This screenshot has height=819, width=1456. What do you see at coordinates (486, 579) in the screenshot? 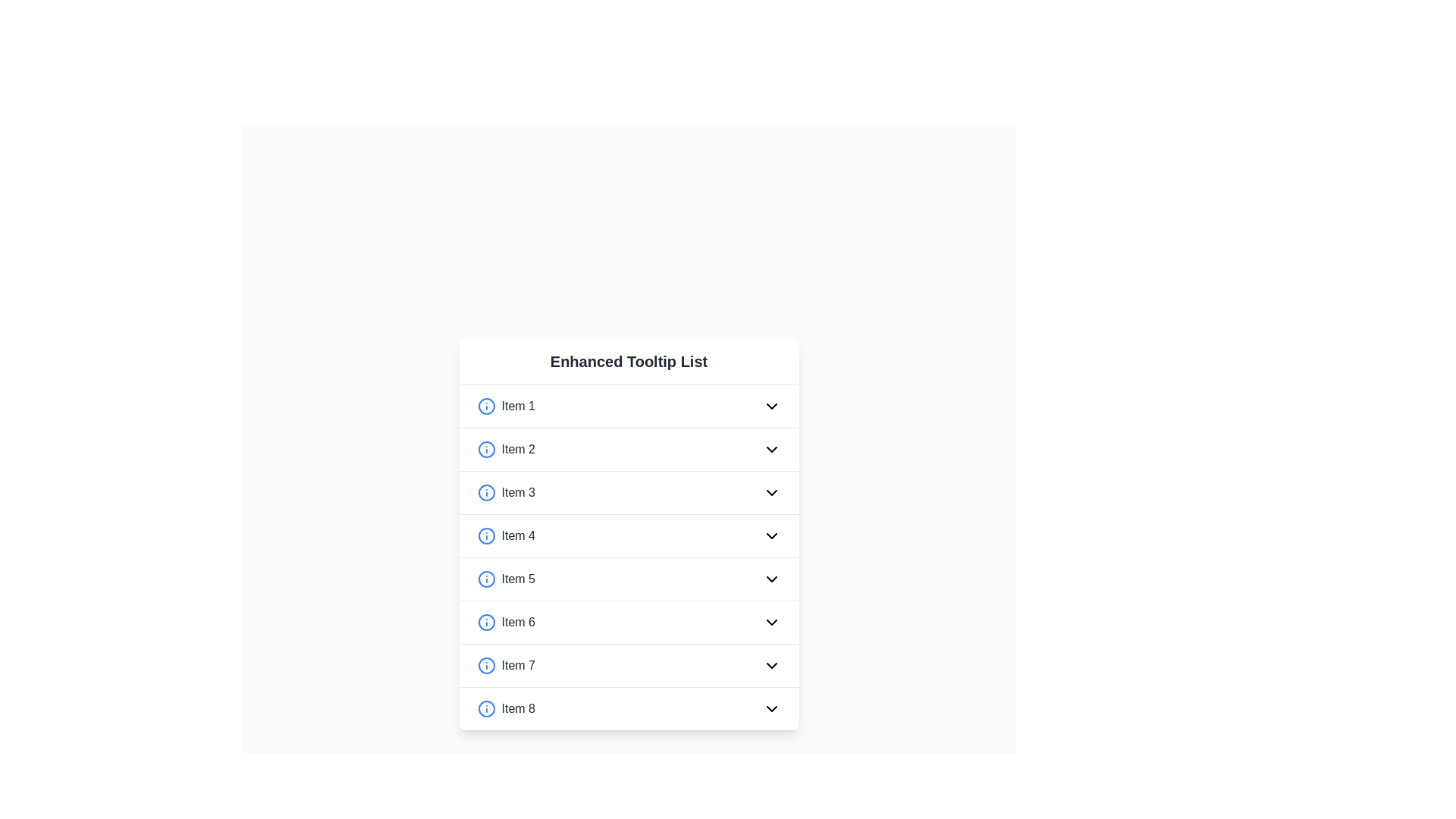
I see `the information icon located to the left of 'Item 5' in the interactive list, which provides additional information or a tooltip` at bounding box center [486, 579].